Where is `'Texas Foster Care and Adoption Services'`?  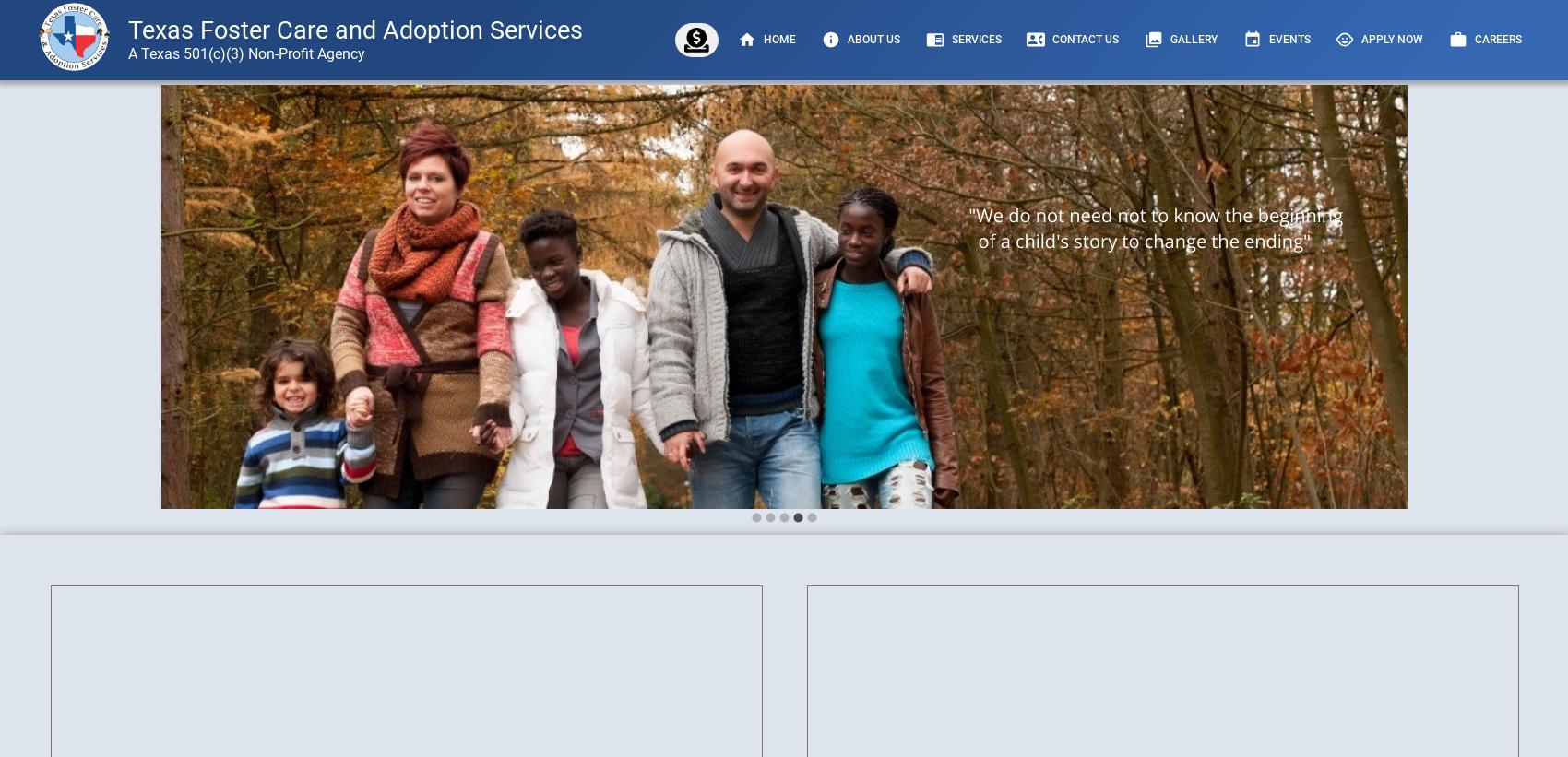
'Texas Foster Care and Adoption Services' is located at coordinates (353, 29).